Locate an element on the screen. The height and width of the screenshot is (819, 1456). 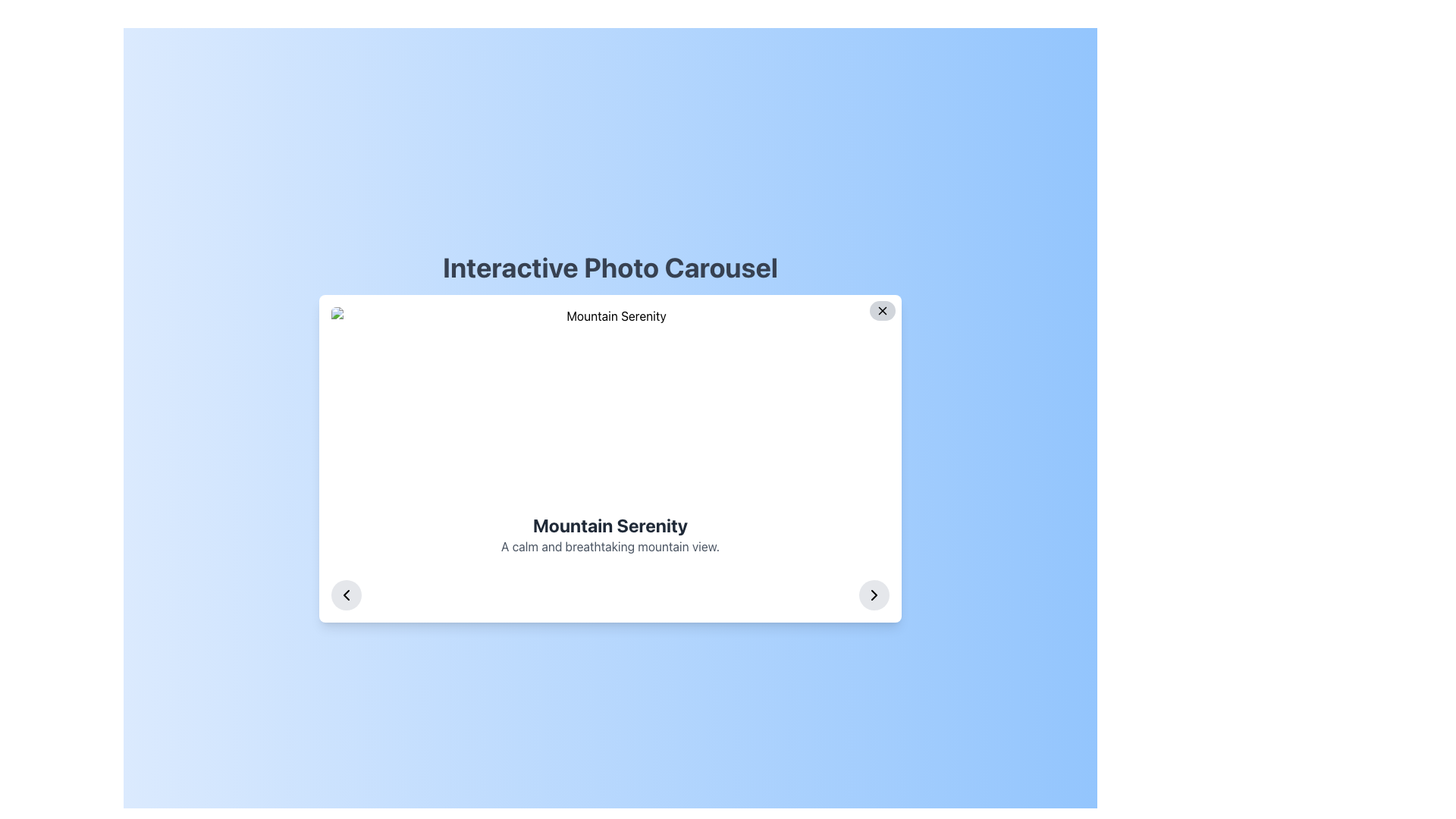
the close button located in the top-right corner of the 'Interactive Photo Carousel' dialog box to trigger hover effects is located at coordinates (882, 309).